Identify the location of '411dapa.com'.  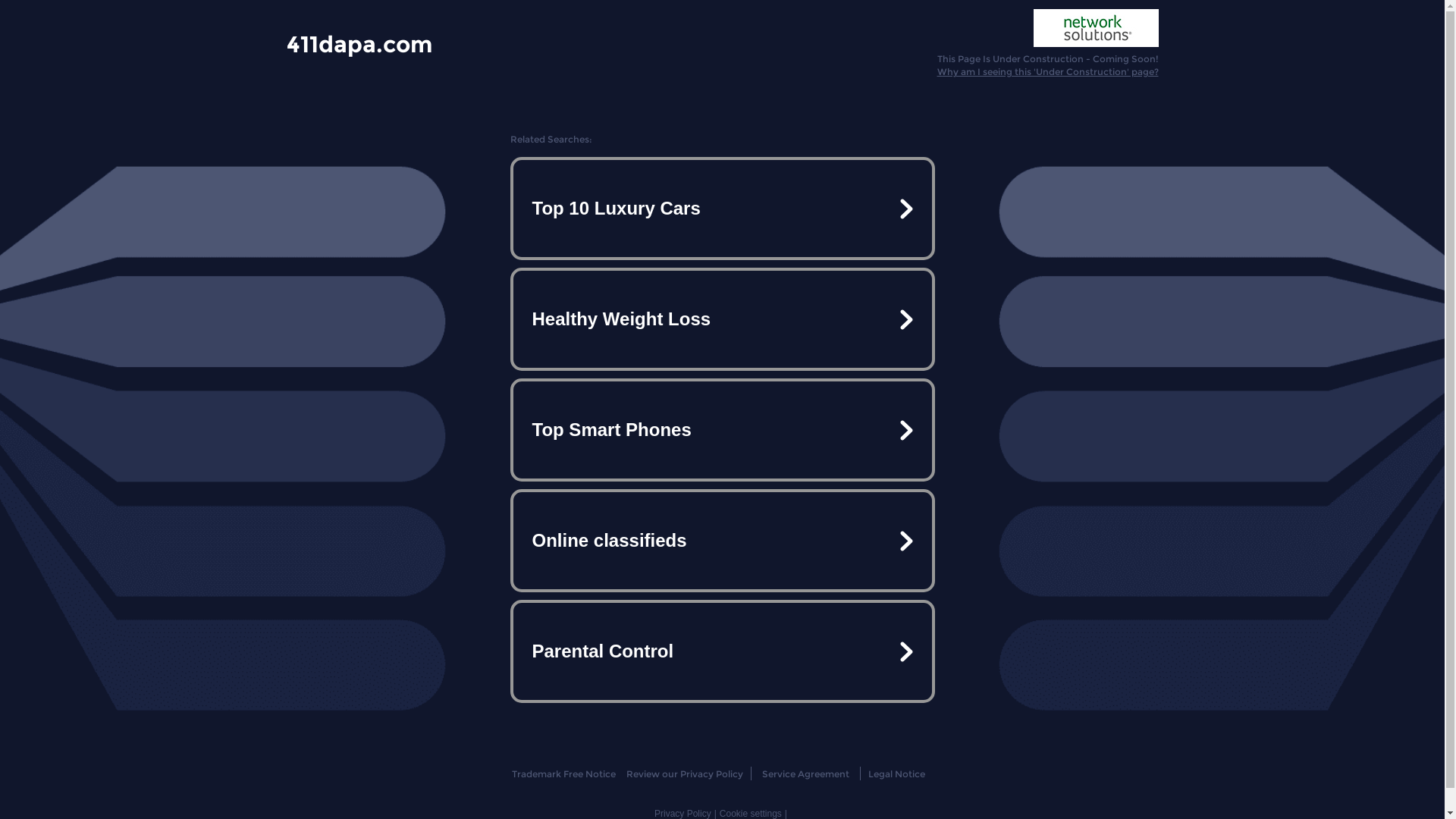
(359, 42).